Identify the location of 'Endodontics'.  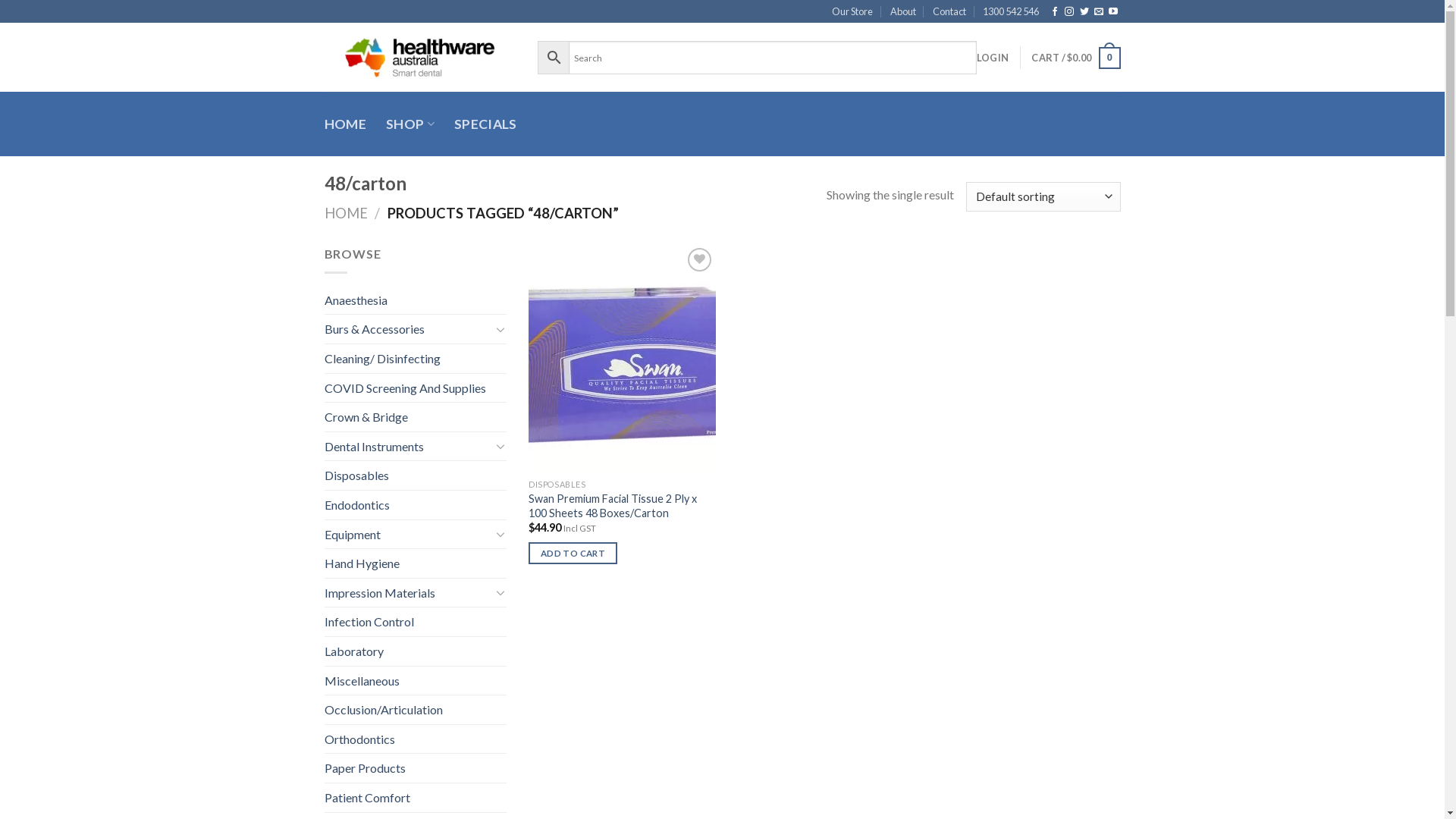
(323, 505).